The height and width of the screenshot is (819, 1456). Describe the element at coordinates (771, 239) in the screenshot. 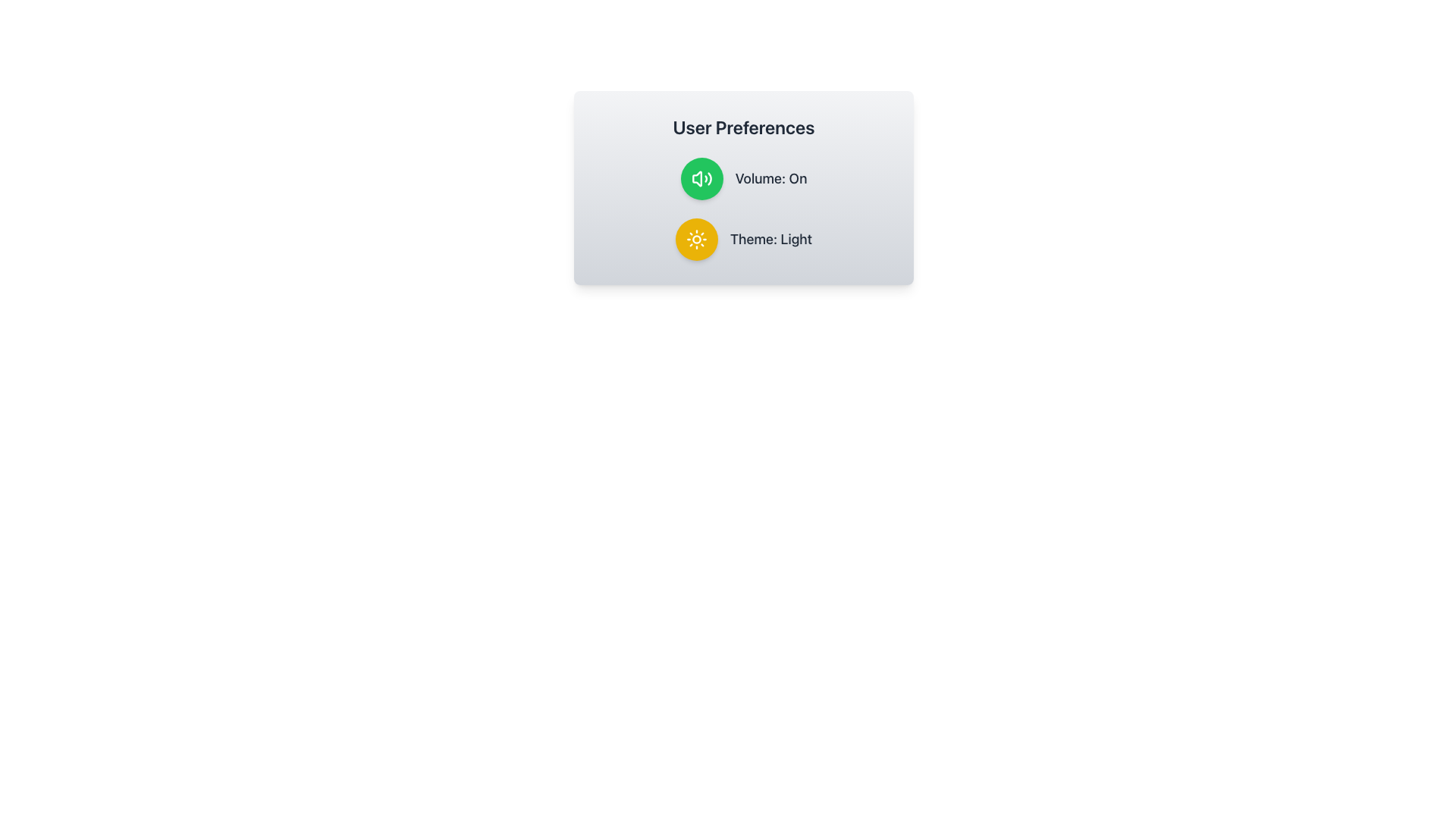

I see `the text label indicating the current theme setting of the application, which is located within the 'User Preferences' interface card, below the 'Volume: On' section and to the right of the sun symbol` at that location.